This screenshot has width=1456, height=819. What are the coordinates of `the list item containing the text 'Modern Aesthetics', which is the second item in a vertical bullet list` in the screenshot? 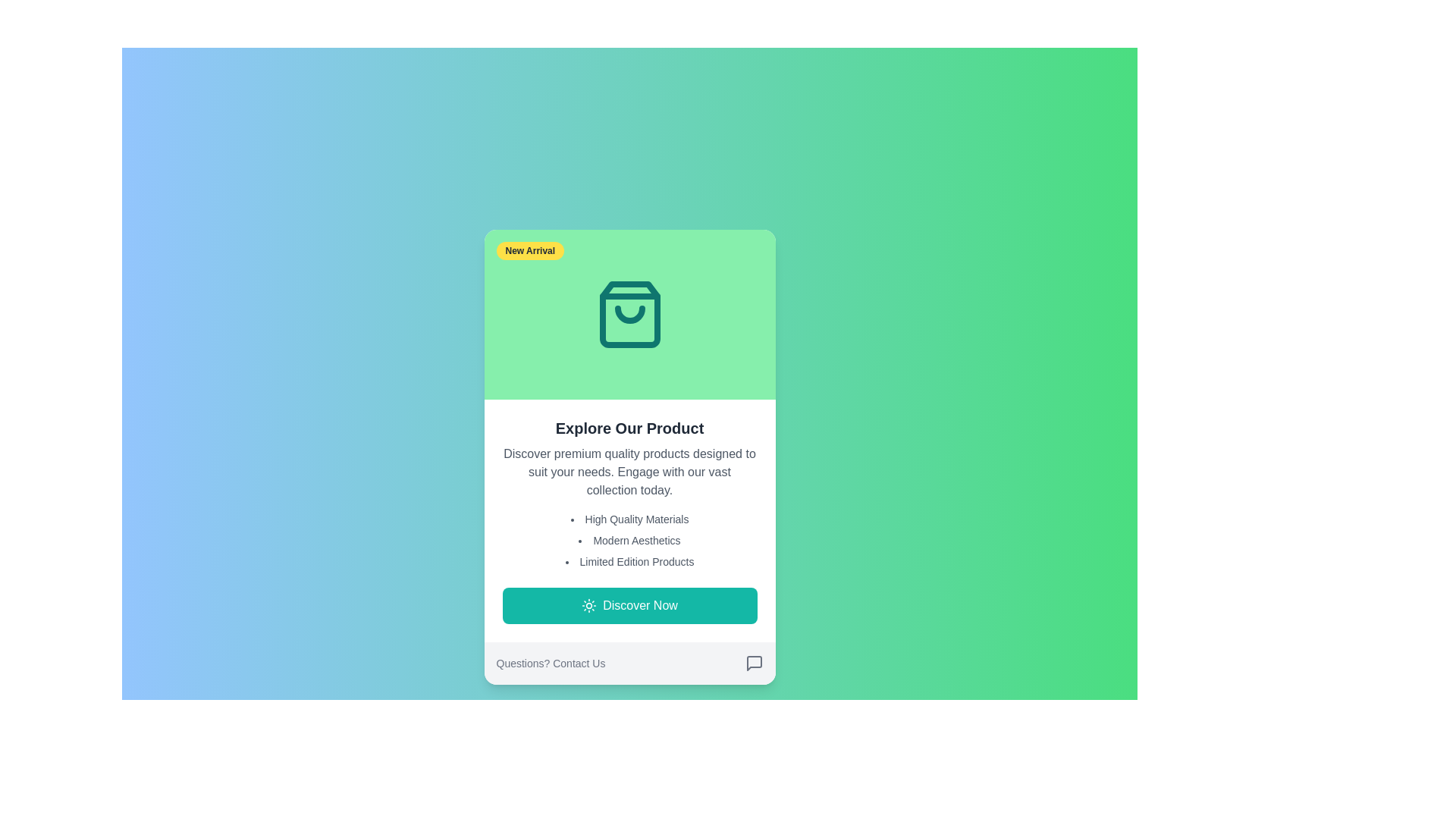 It's located at (629, 540).